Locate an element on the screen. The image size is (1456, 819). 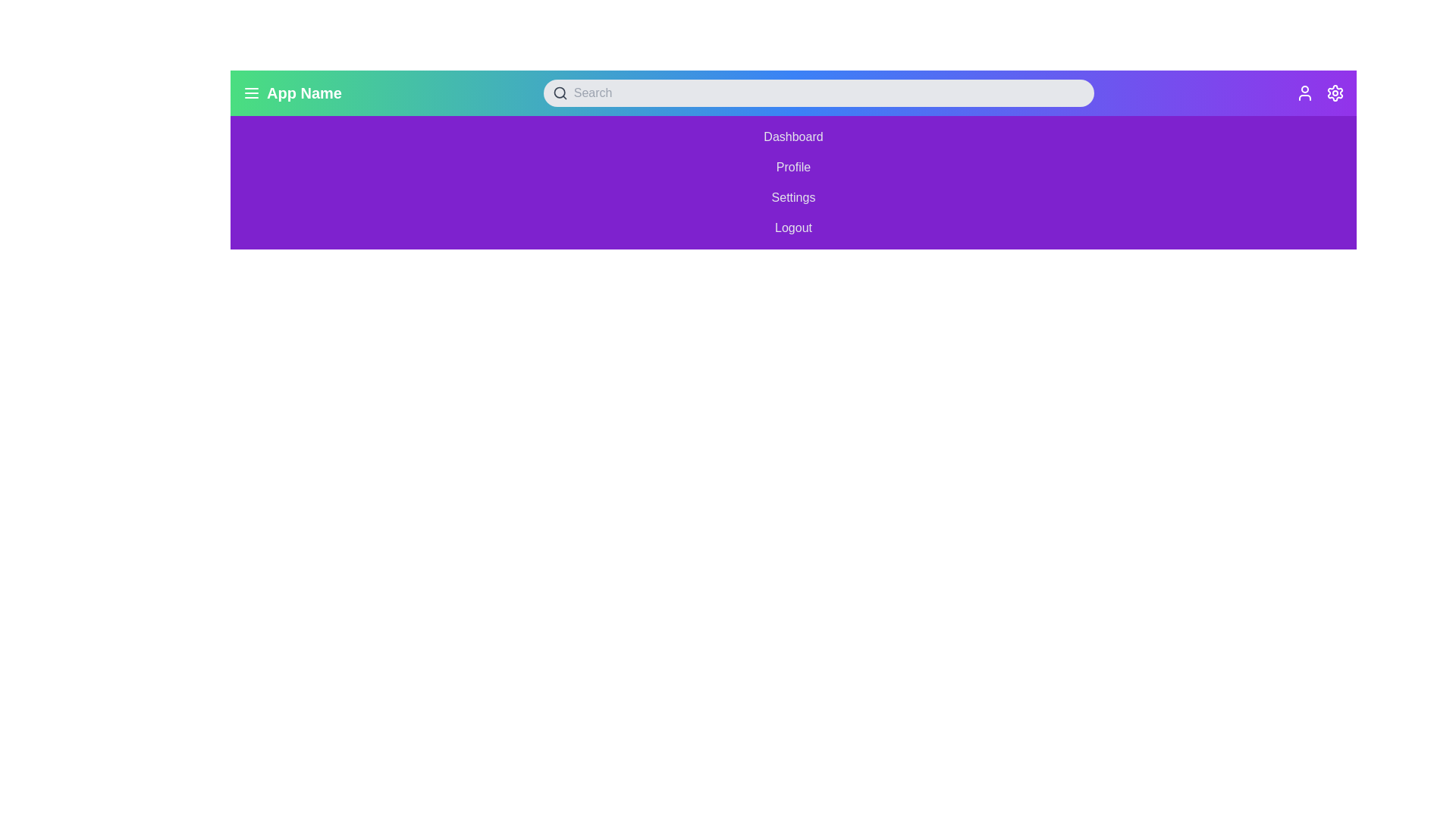
the 'Logout' button with a purple background and white text, located at the bottom of the options list, to observe hover effects is located at coordinates (792, 227).